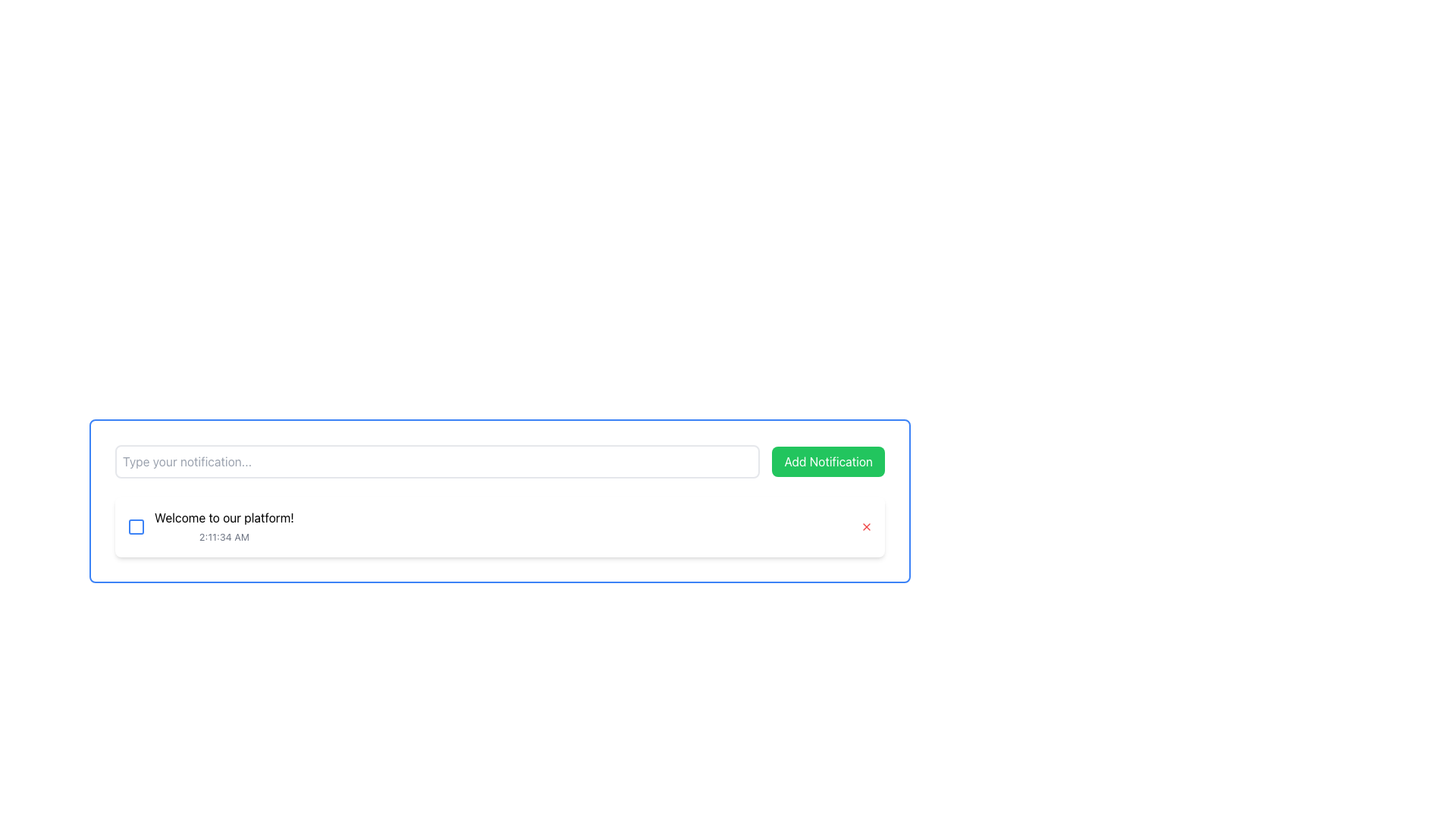 This screenshot has height=819, width=1456. I want to click on the 'Add Notification' button, which is a green rectangular button with rounded corners, located to the right of a text input field, so click(827, 461).